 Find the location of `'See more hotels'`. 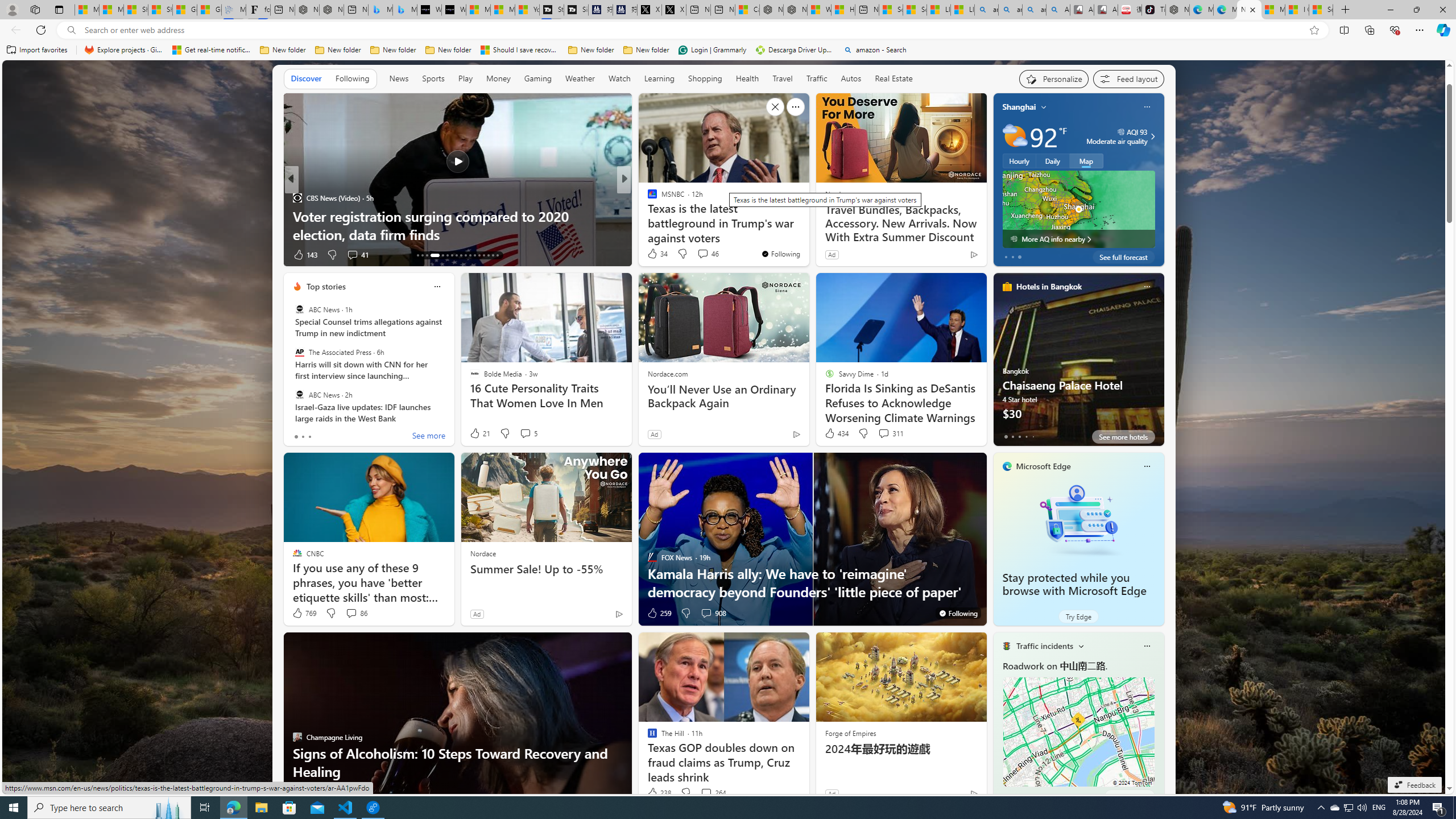

'See more hotels' is located at coordinates (1123, 436).